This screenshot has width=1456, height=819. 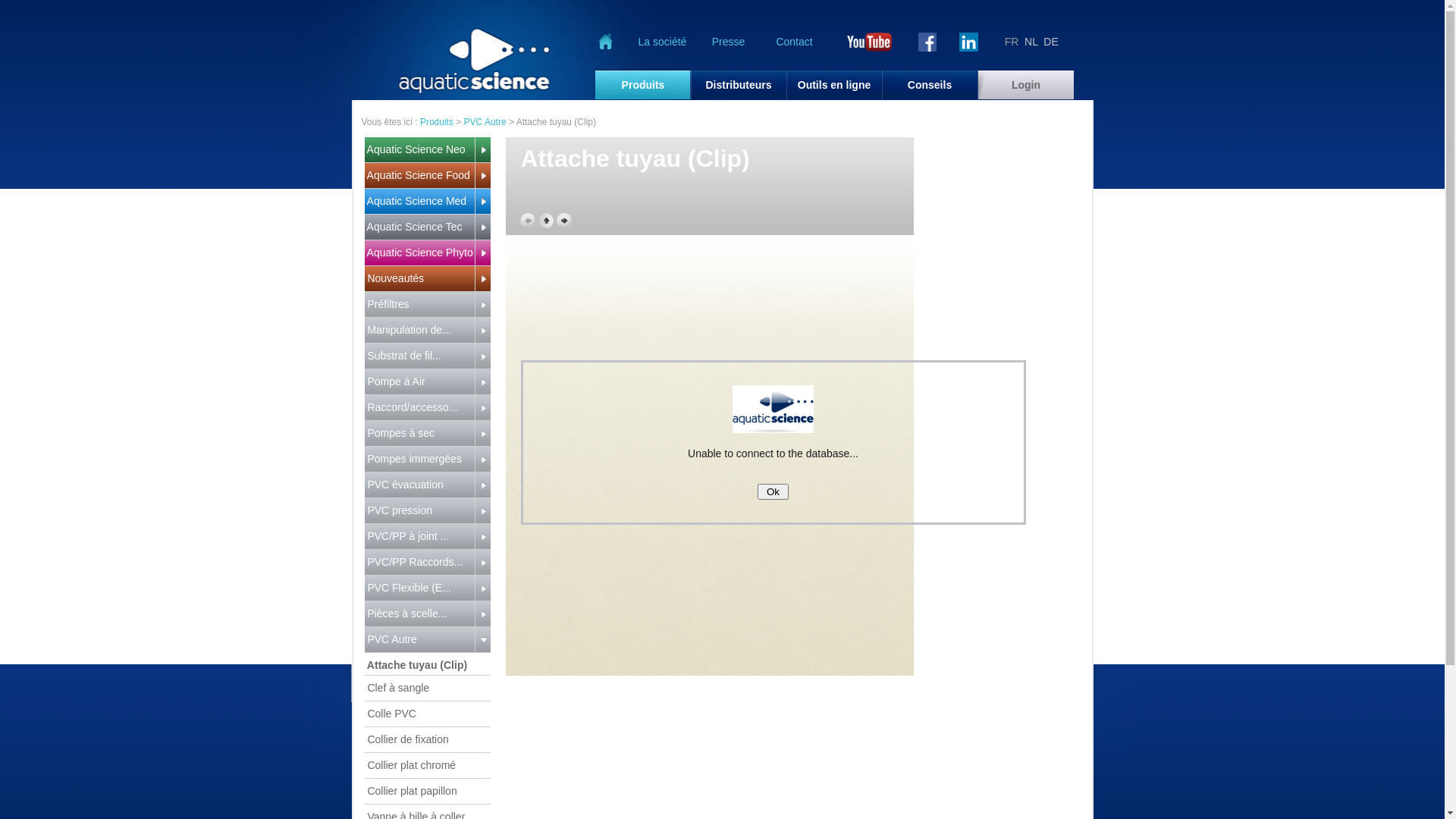 I want to click on 'Distributeurs', so click(x=739, y=84).